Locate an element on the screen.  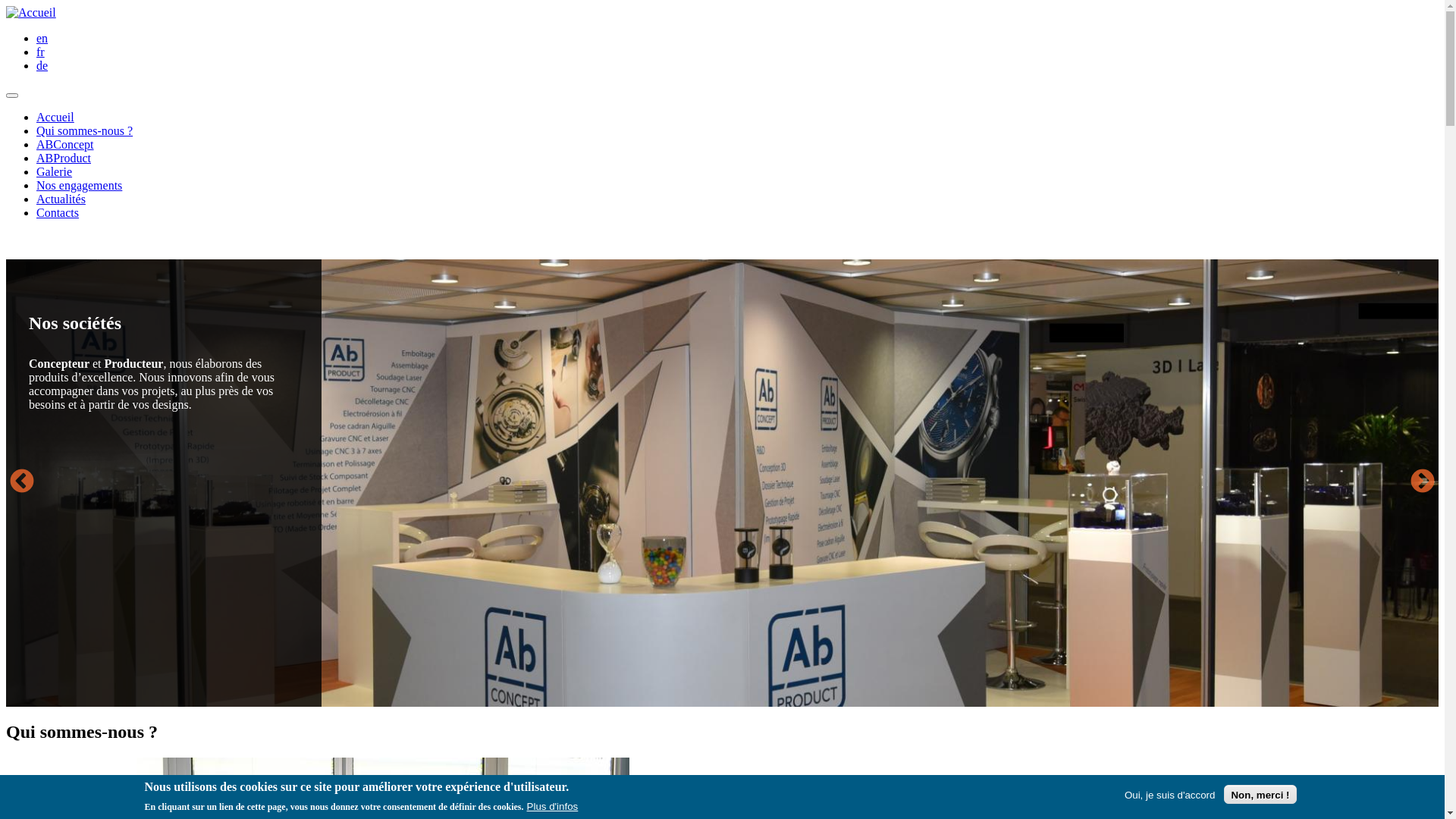
'de' is located at coordinates (42, 64).